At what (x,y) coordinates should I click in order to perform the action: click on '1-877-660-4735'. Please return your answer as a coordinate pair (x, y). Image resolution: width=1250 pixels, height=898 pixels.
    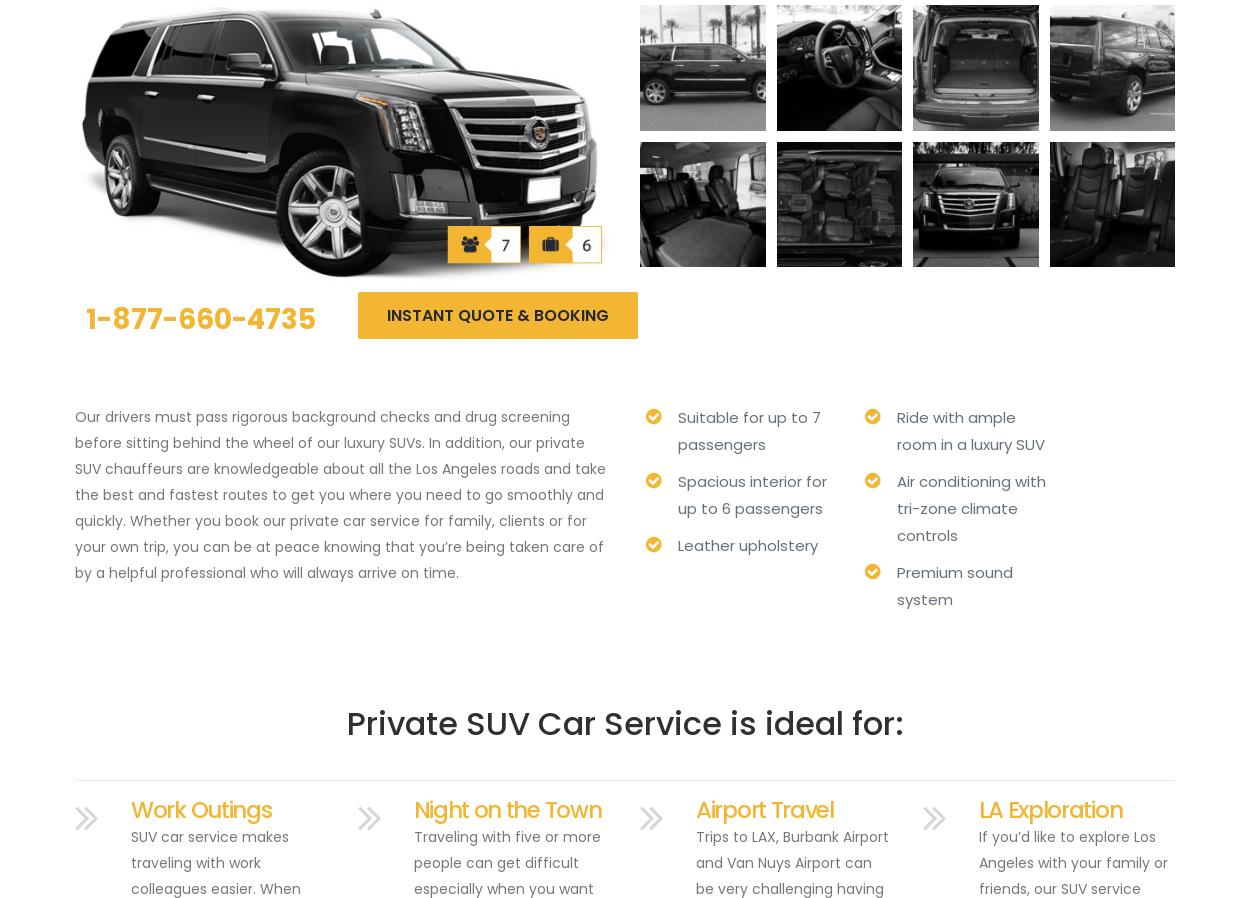
    Looking at the image, I should click on (200, 319).